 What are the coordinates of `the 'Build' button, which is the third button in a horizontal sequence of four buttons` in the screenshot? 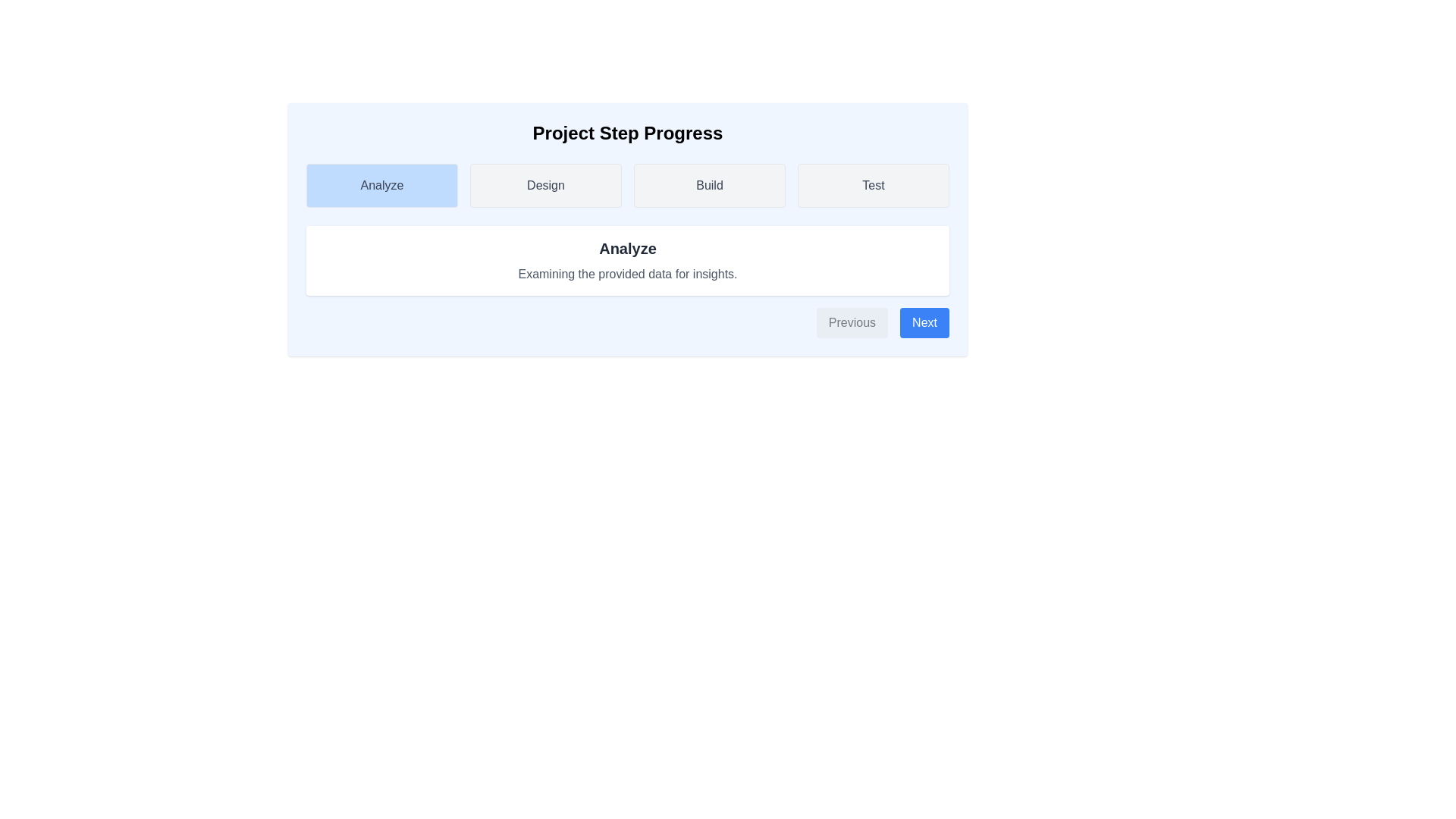 It's located at (709, 185).